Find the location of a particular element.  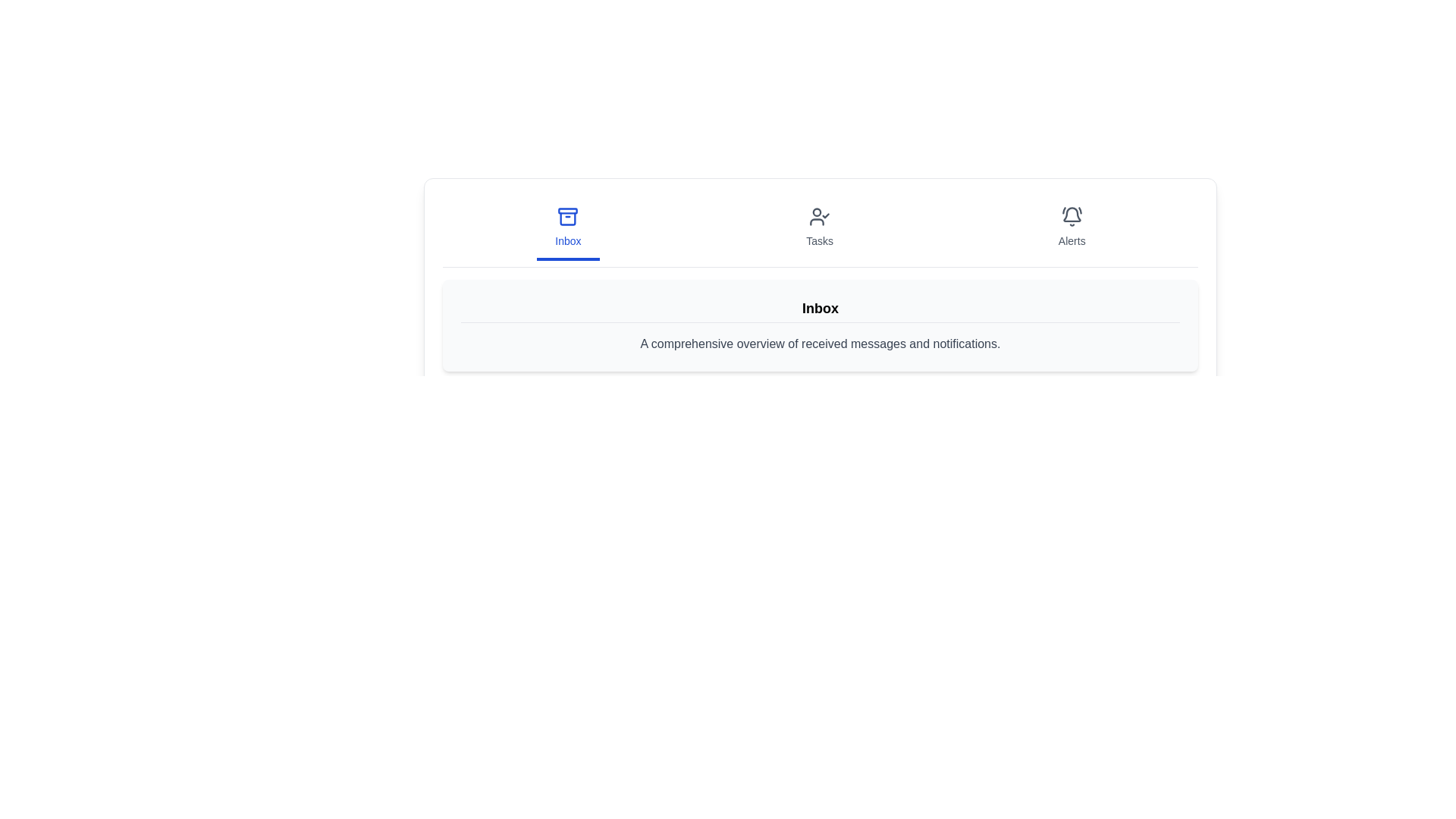

the tab labeled 'Inbox' to view its content is located at coordinates (567, 228).